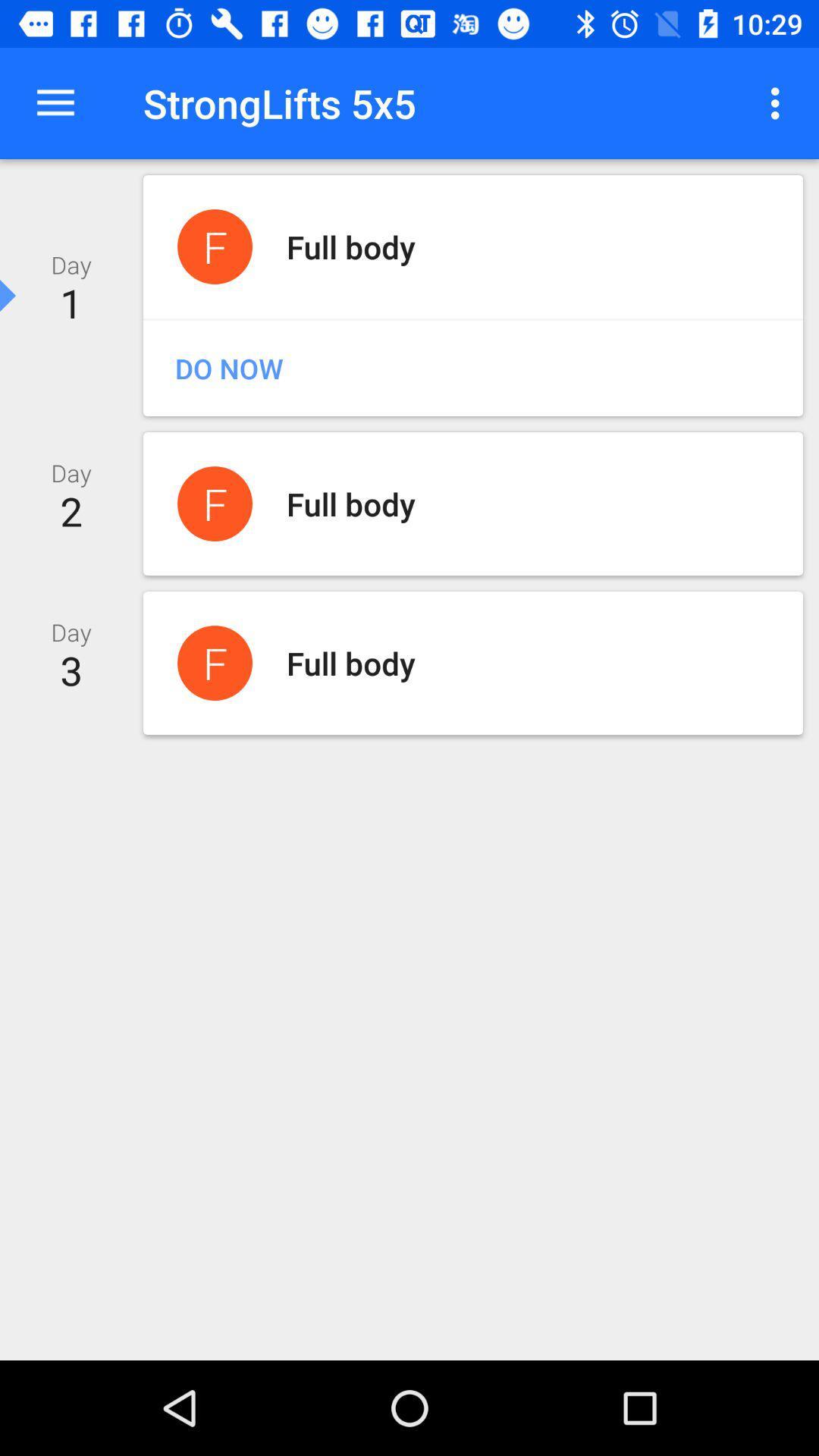 The width and height of the screenshot is (819, 1456). Describe the element at coordinates (779, 102) in the screenshot. I see `the item to the right of the stronglifts 5x5` at that location.